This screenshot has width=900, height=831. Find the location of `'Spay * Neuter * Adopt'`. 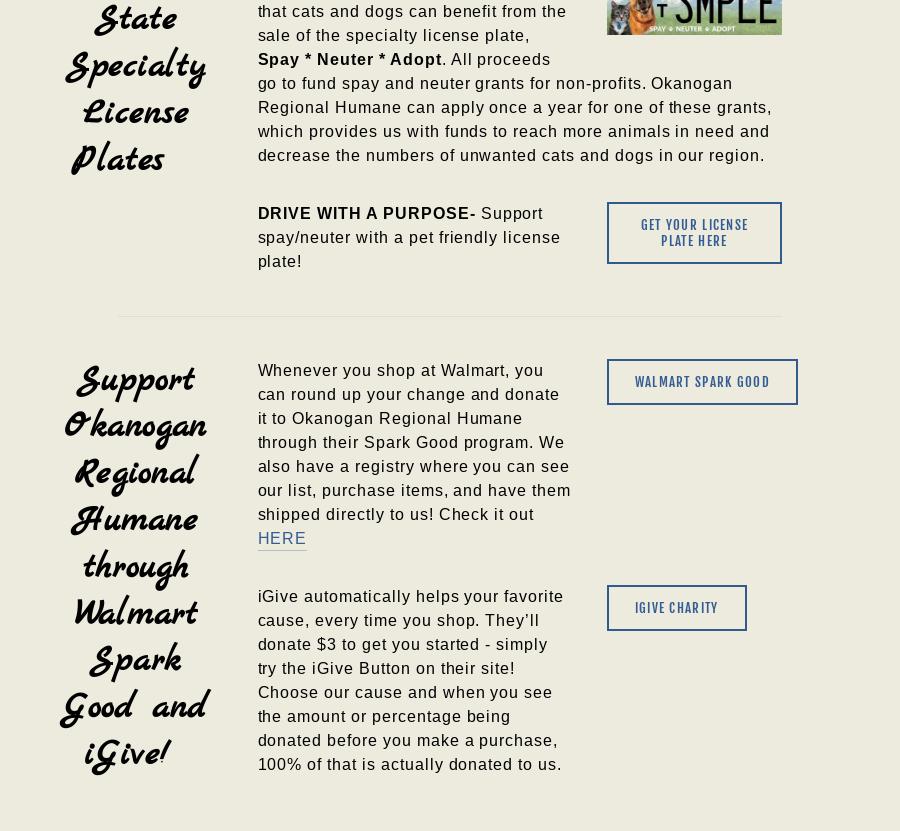

'Spay * Neuter * Adopt' is located at coordinates (349, 57).